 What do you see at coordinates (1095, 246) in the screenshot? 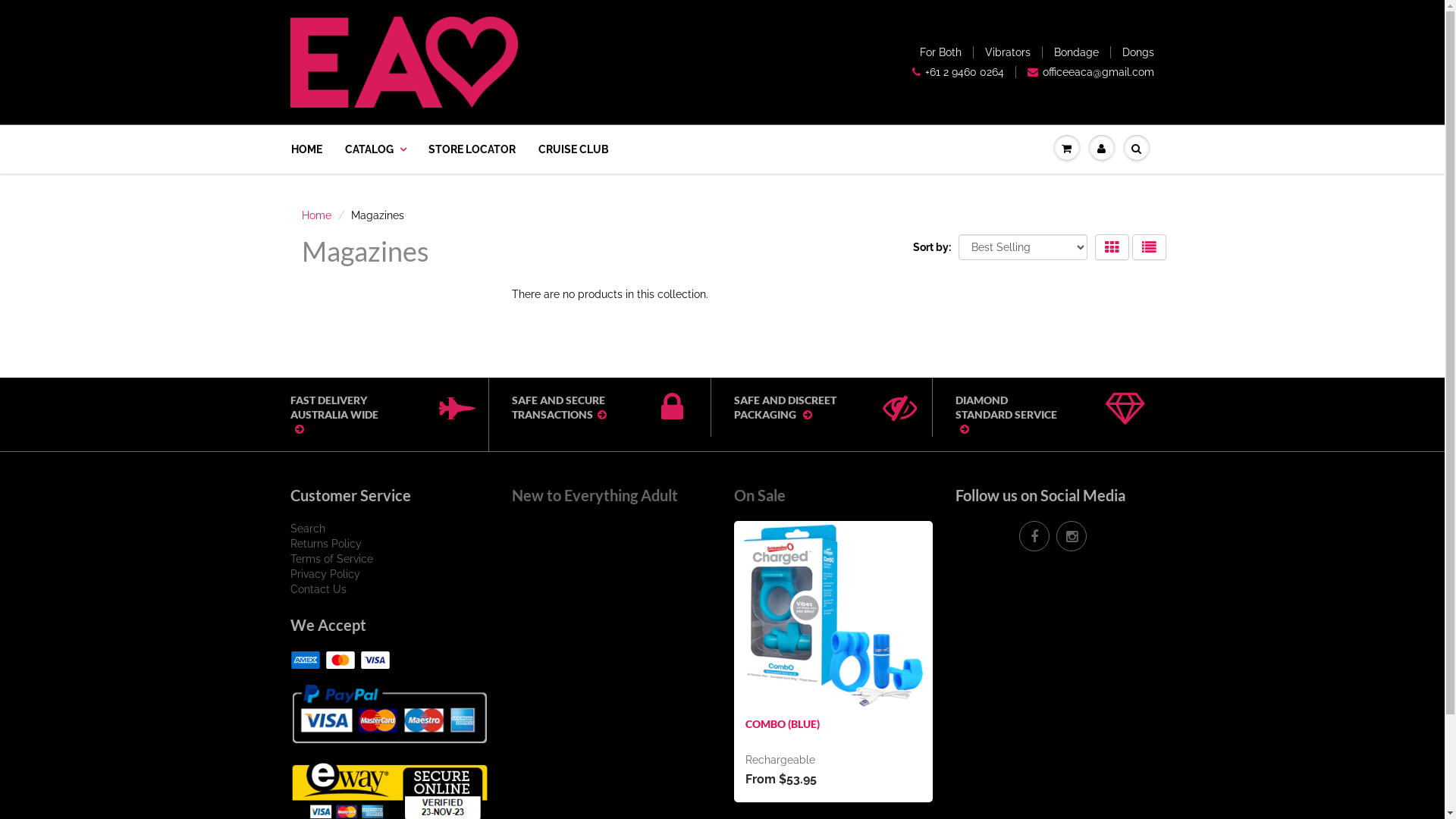
I see `'Grid view'` at bounding box center [1095, 246].